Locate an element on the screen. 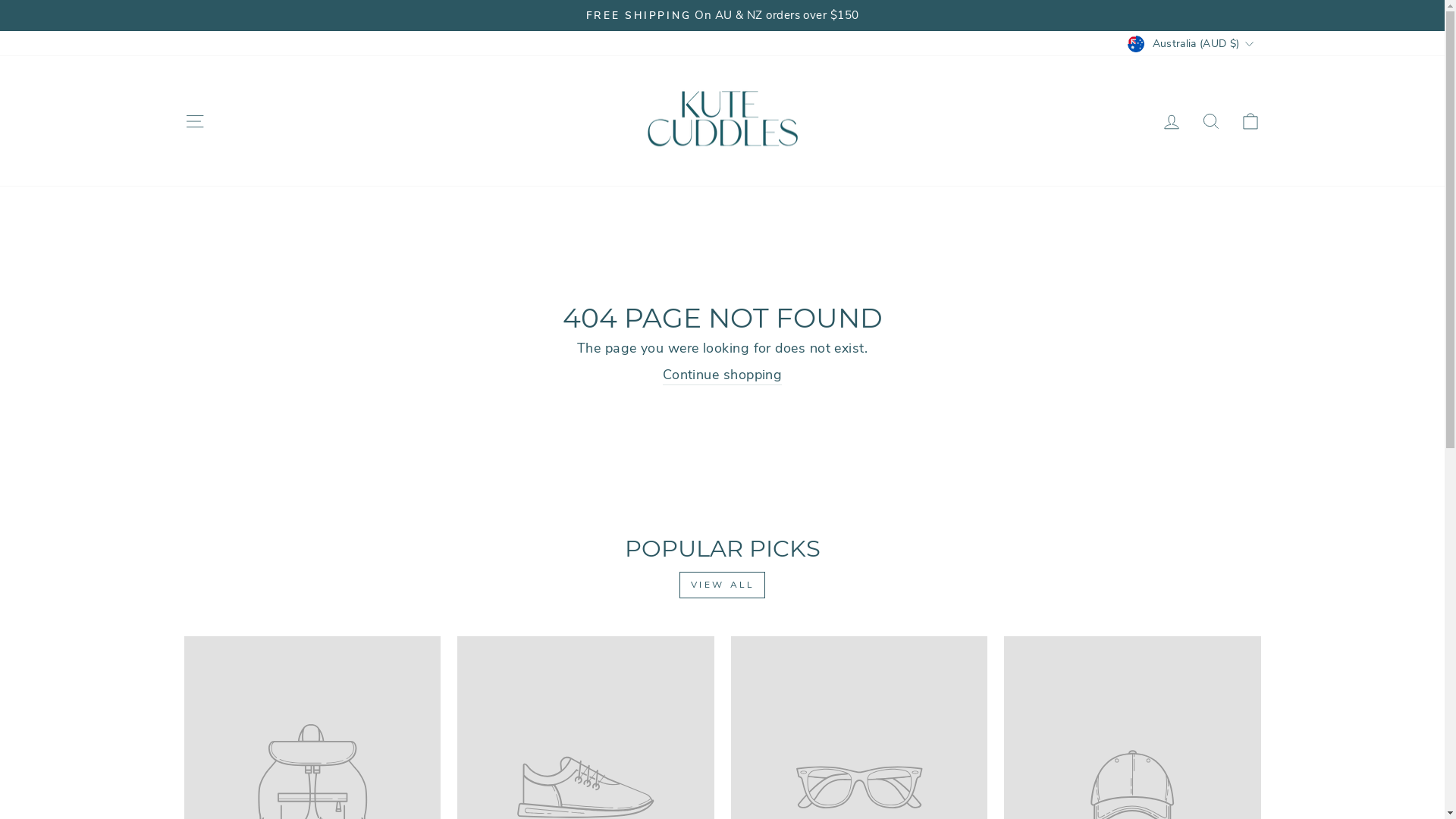 This screenshot has width=1456, height=819. 'Continue shopping' is located at coordinates (722, 375).